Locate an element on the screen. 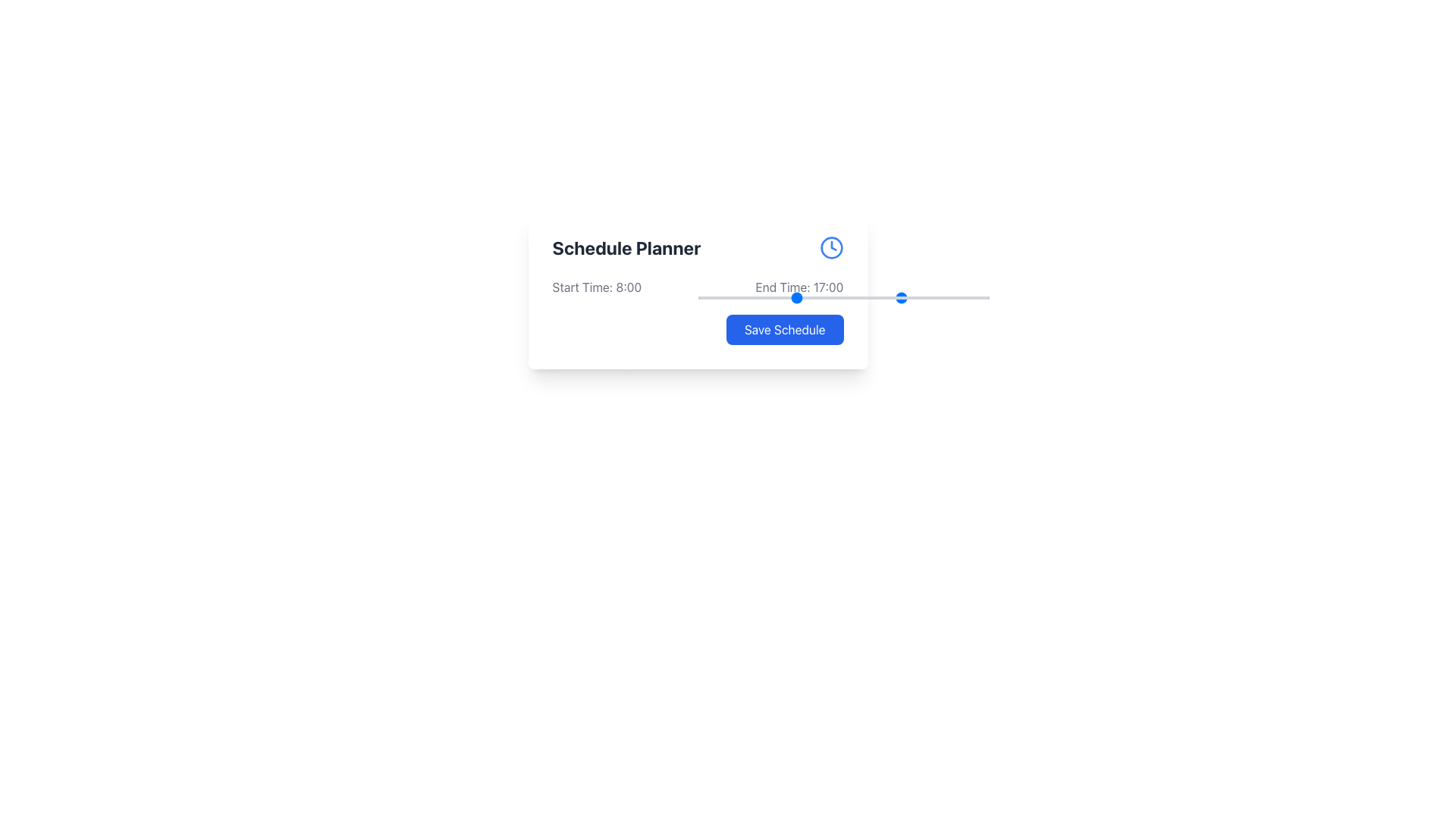 The width and height of the screenshot is (1456, 819). the text label displaying 'End Time: 17:00' is located at coordinates (799, 287).